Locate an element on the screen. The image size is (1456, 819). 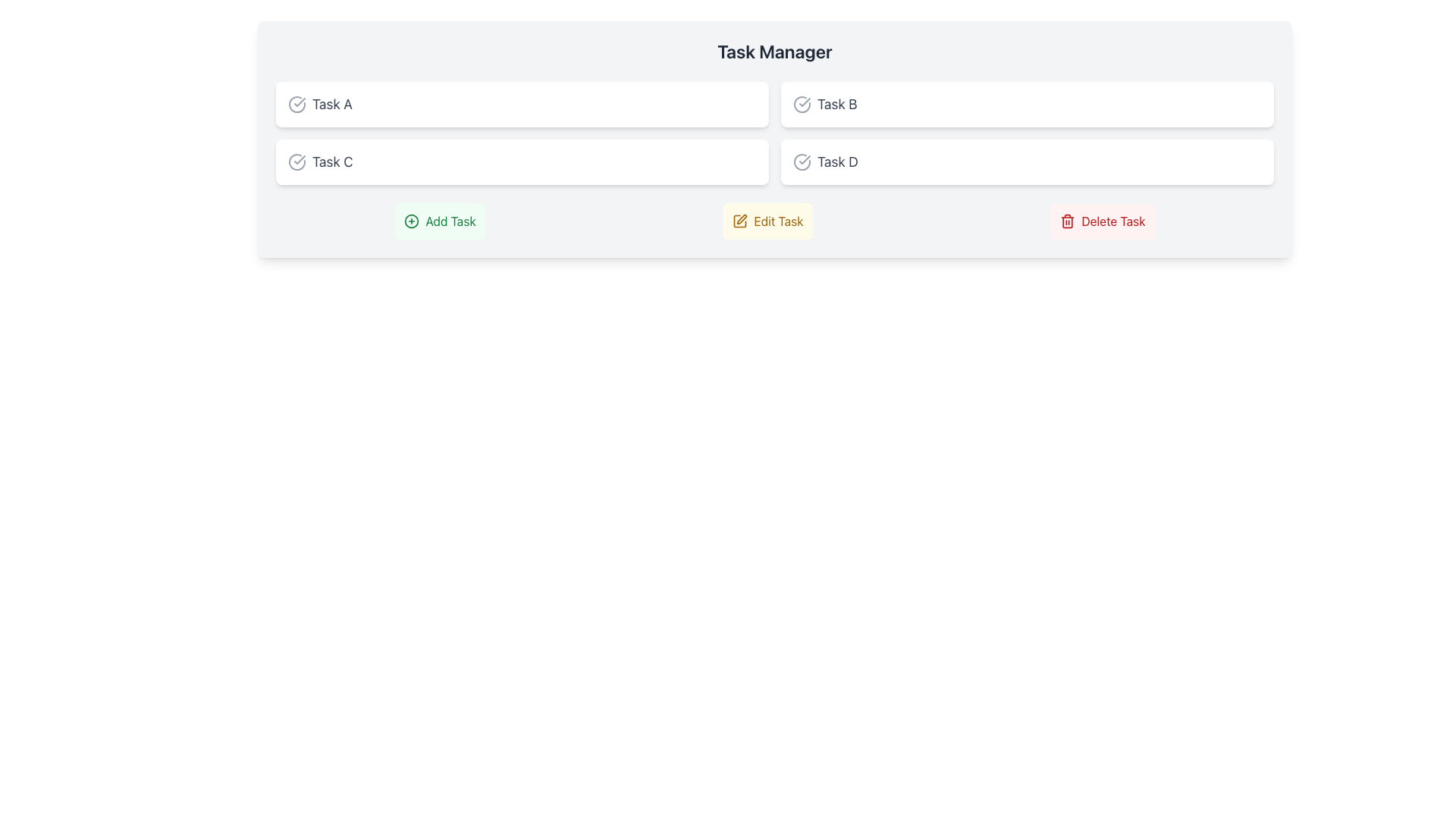
the 'Add Task' textual label within the green button is located at coordinates (450, 221).